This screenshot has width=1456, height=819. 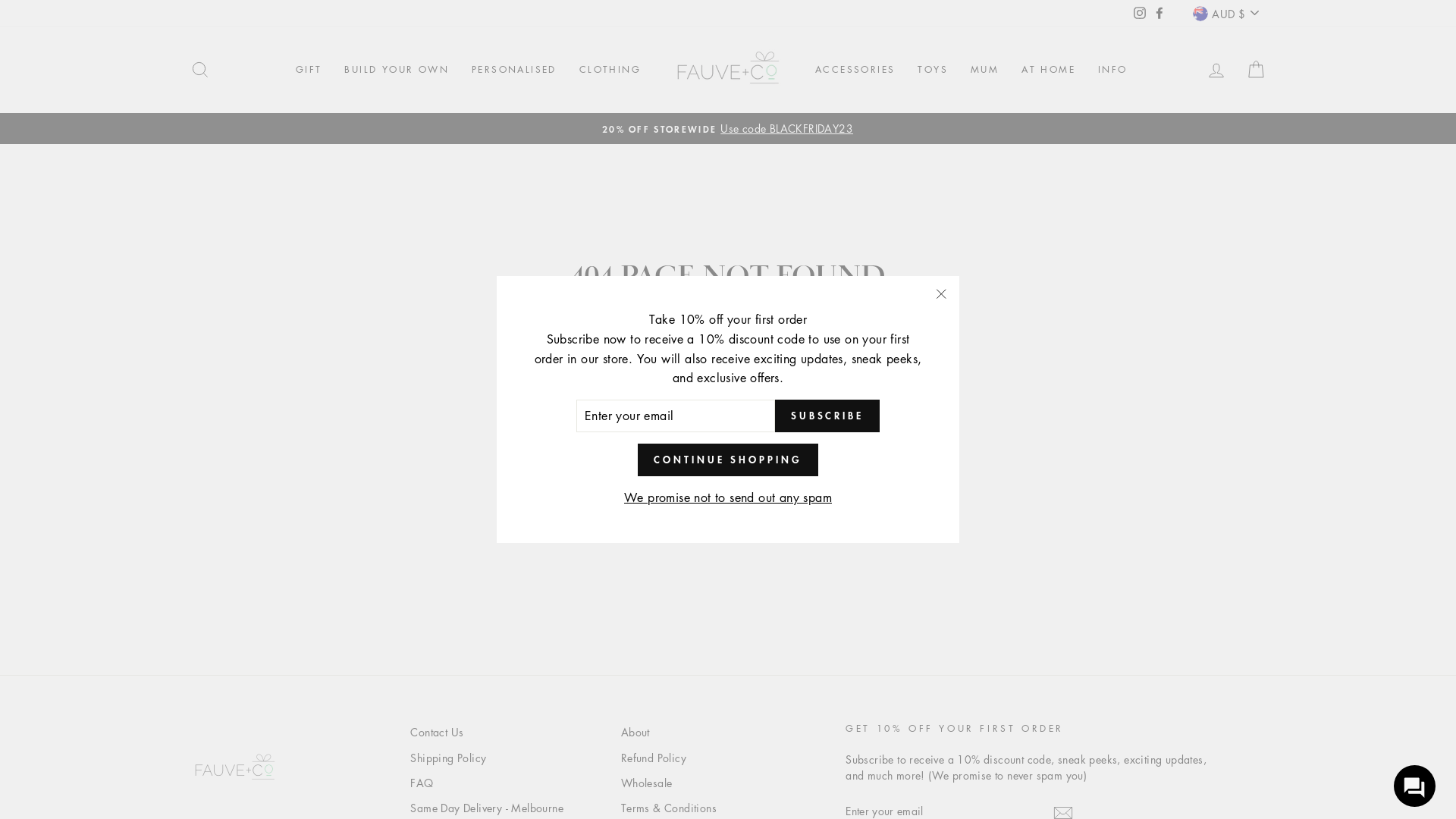 What do you see at coordinates (180, 69) in the screenshot?
I see `'SEARCH'` at bounding box center [180, 69].